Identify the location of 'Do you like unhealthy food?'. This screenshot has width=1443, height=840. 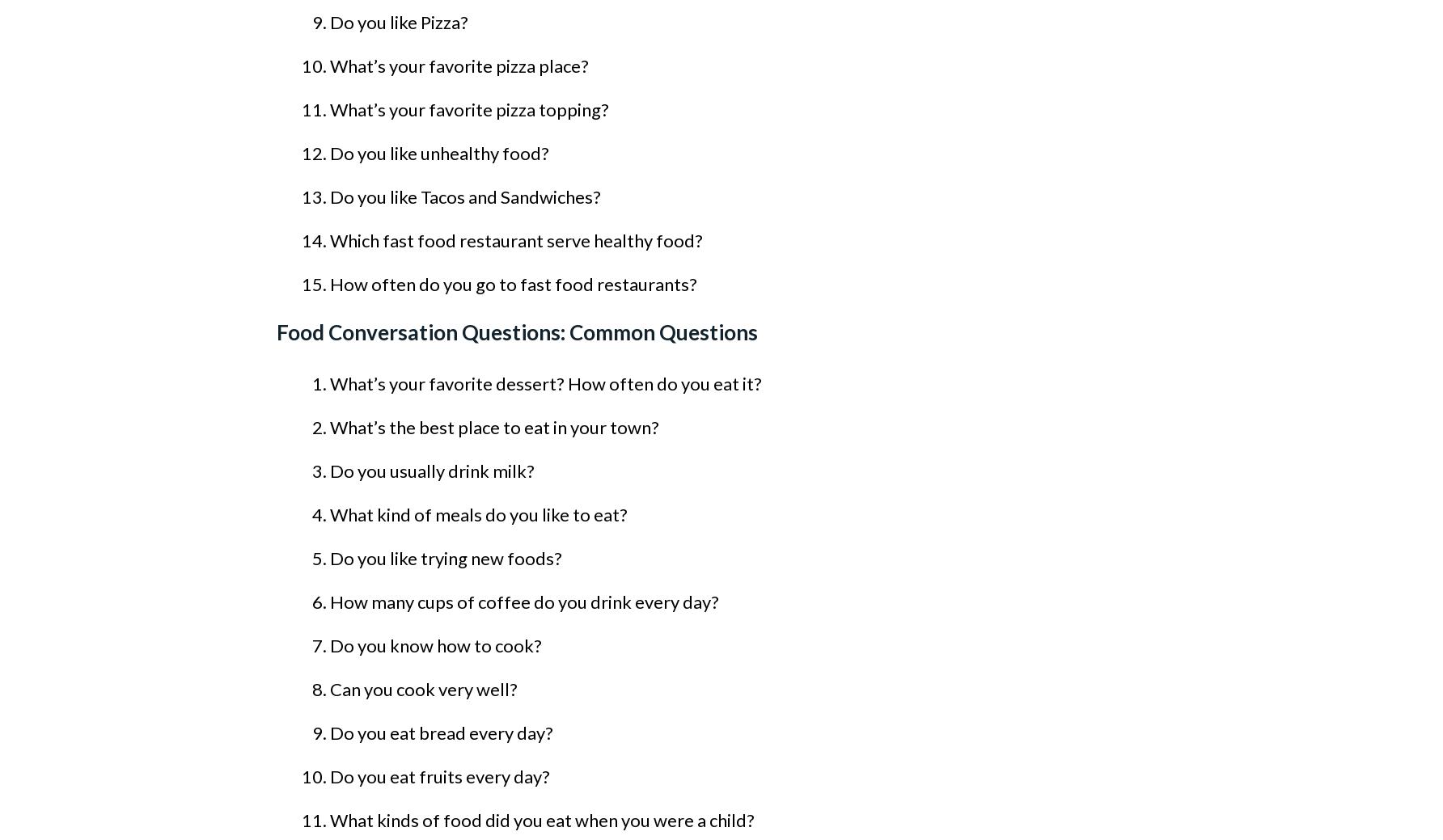
(439, 153).